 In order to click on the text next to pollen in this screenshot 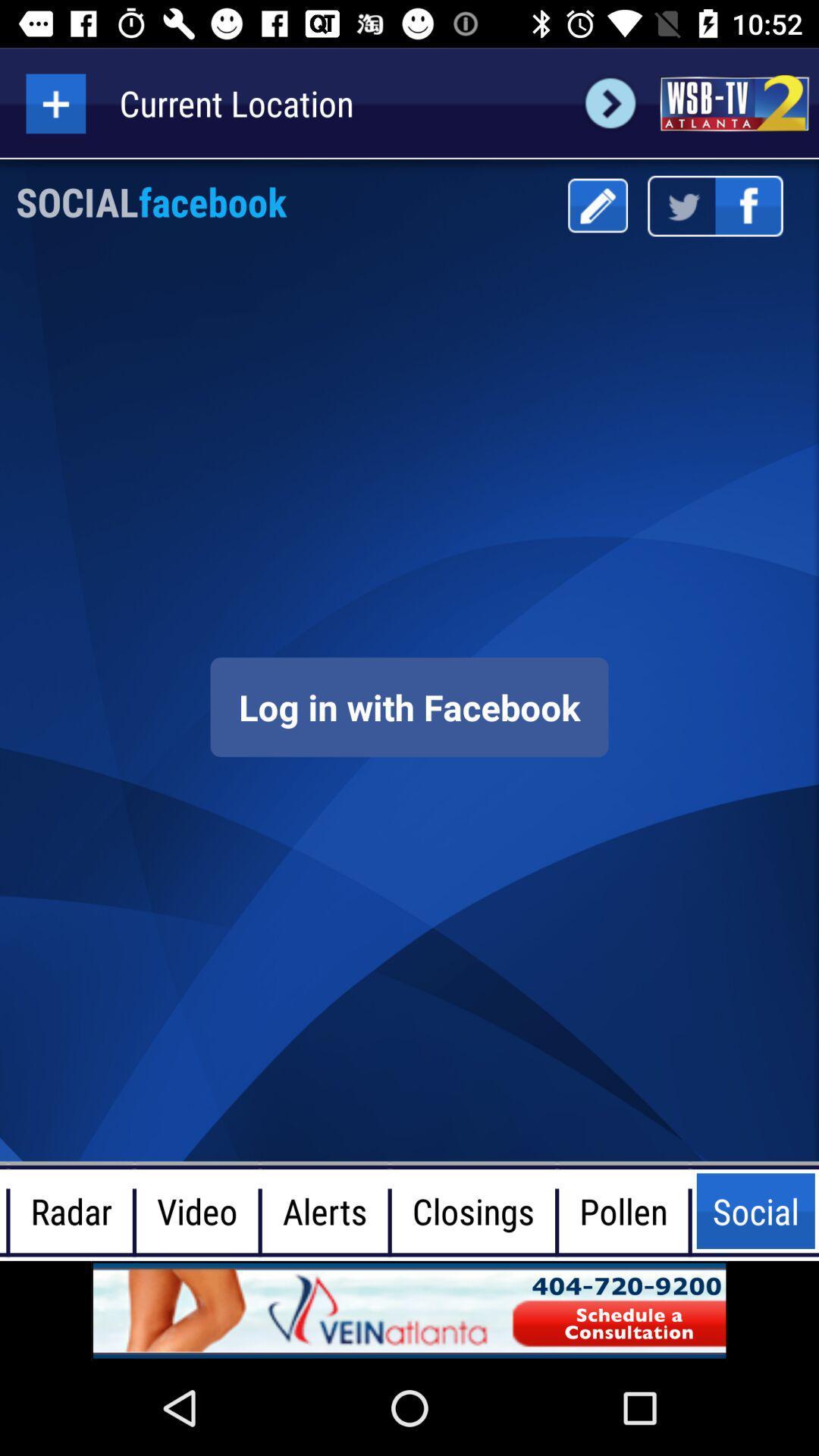, I will do `click(755, 1210)`.